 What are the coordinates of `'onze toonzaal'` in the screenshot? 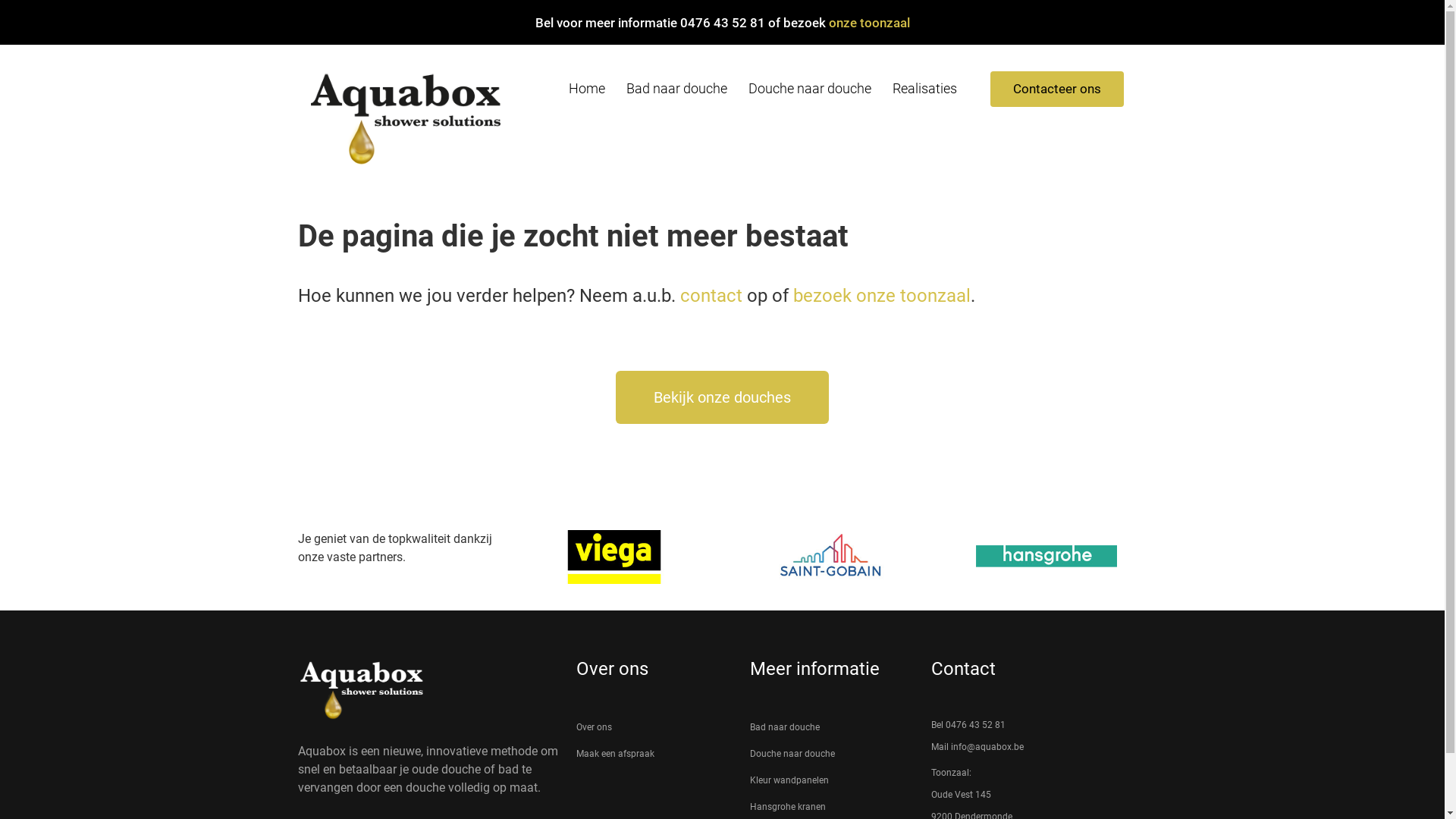 It's located at (827, 23).